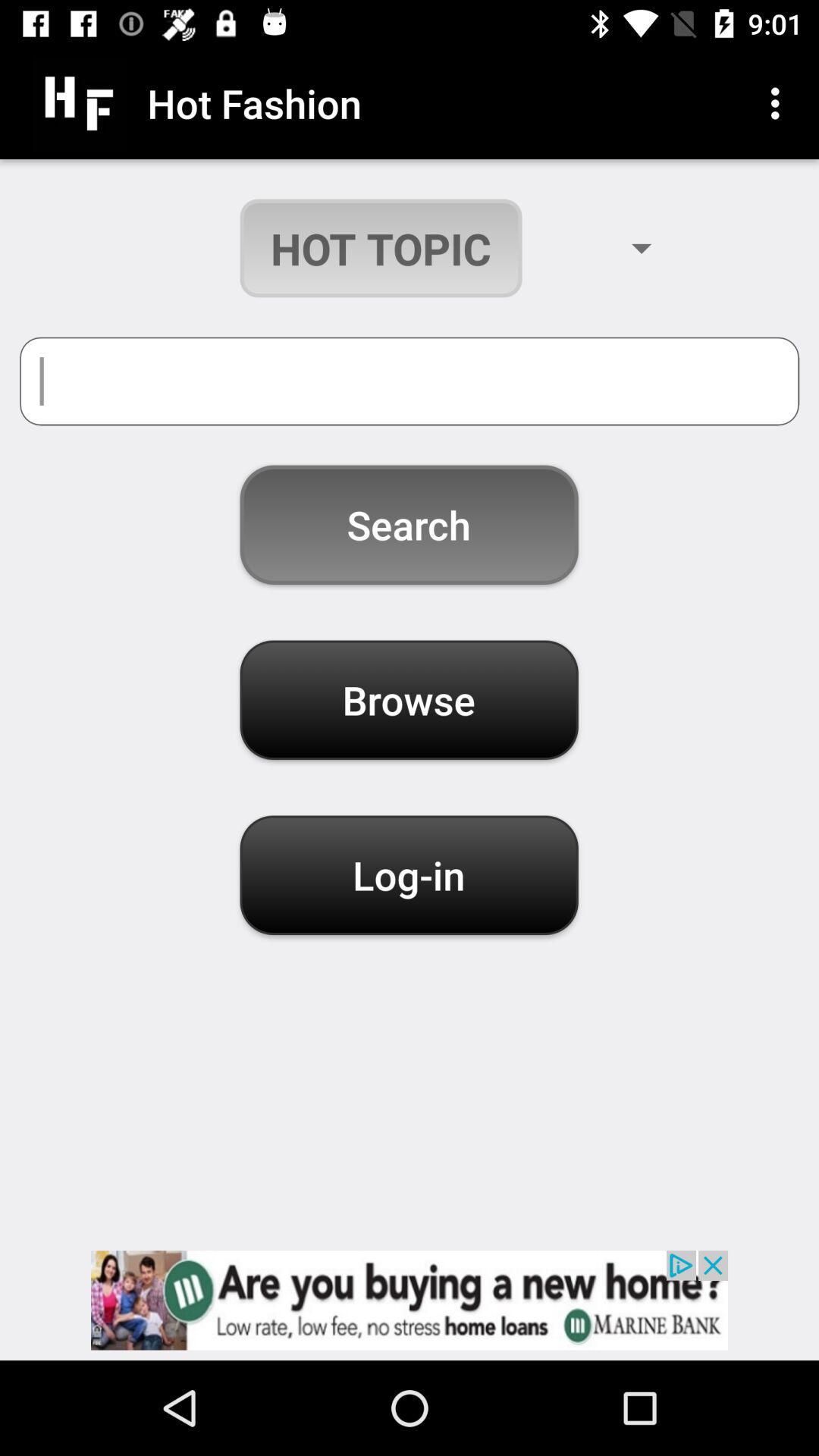 Image resolution: width=819 pixels, height=1456 pixels. Describe the element at coordinates (409, 1299) in the screenshot. I see `advertisement` at that location.